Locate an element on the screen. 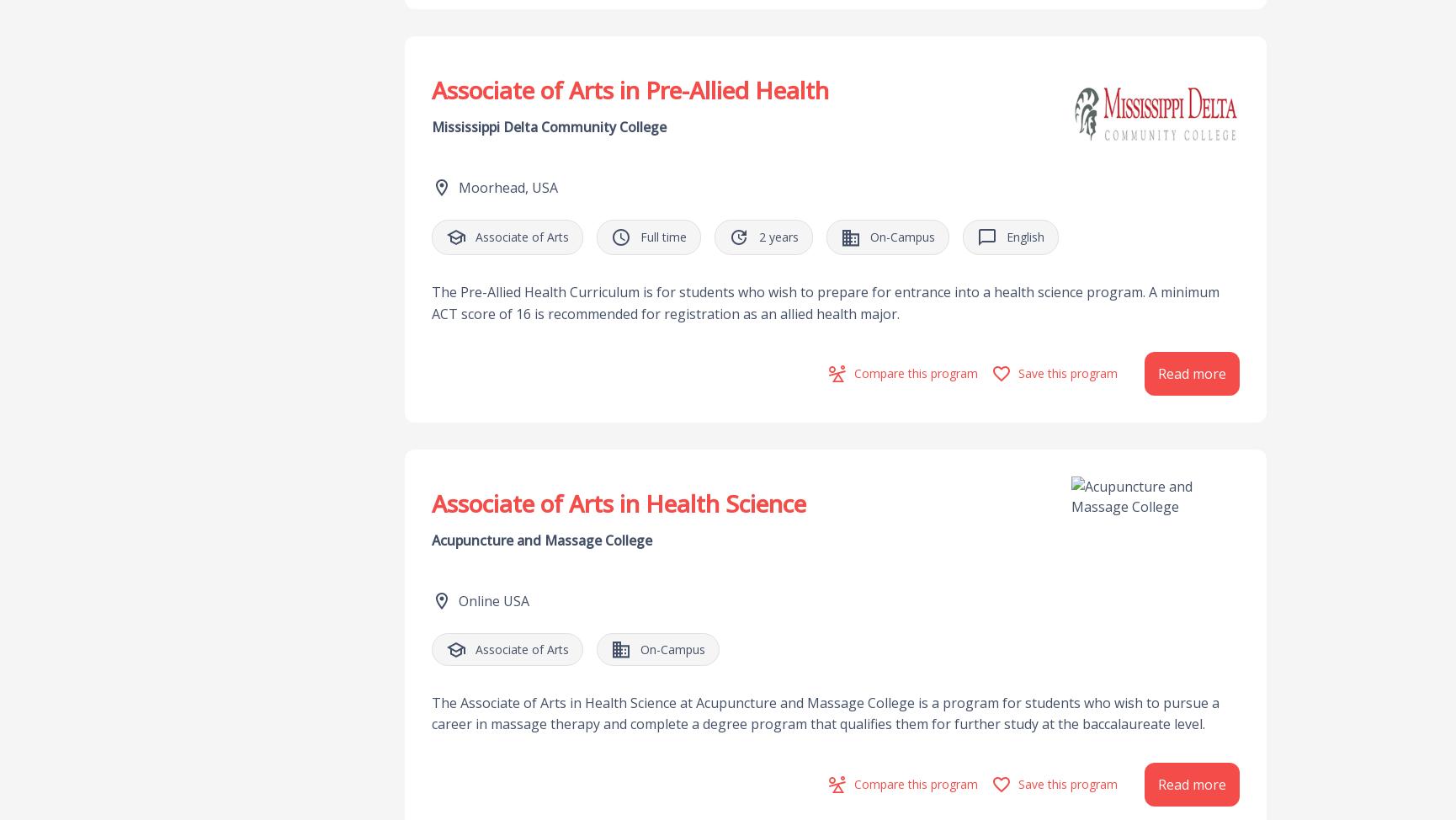  'Associate of Arts in Health Science' is located at coordinates (618, 503).